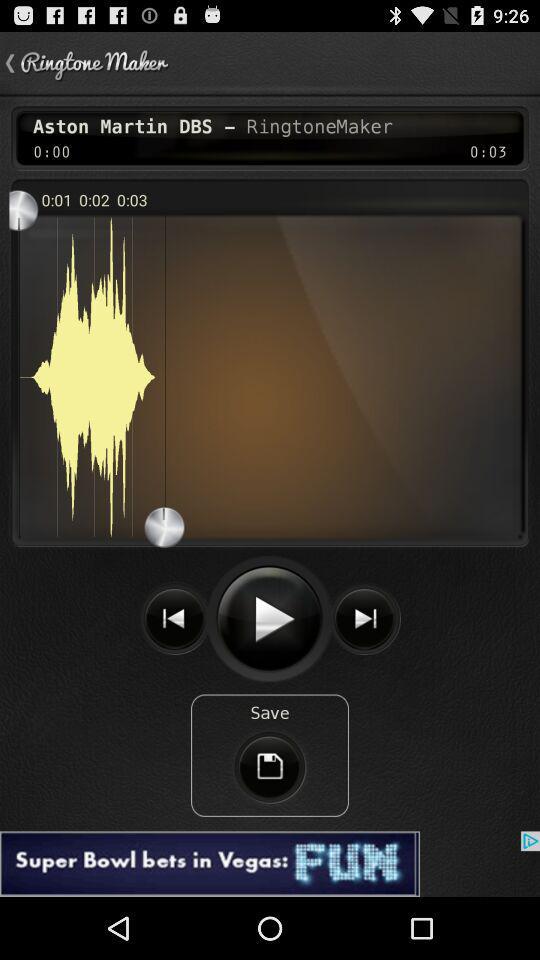  What do you see at coordinates (174, 661) in the screenshot?
I see `the skip_previous icon` at bounding box center [174, 661].